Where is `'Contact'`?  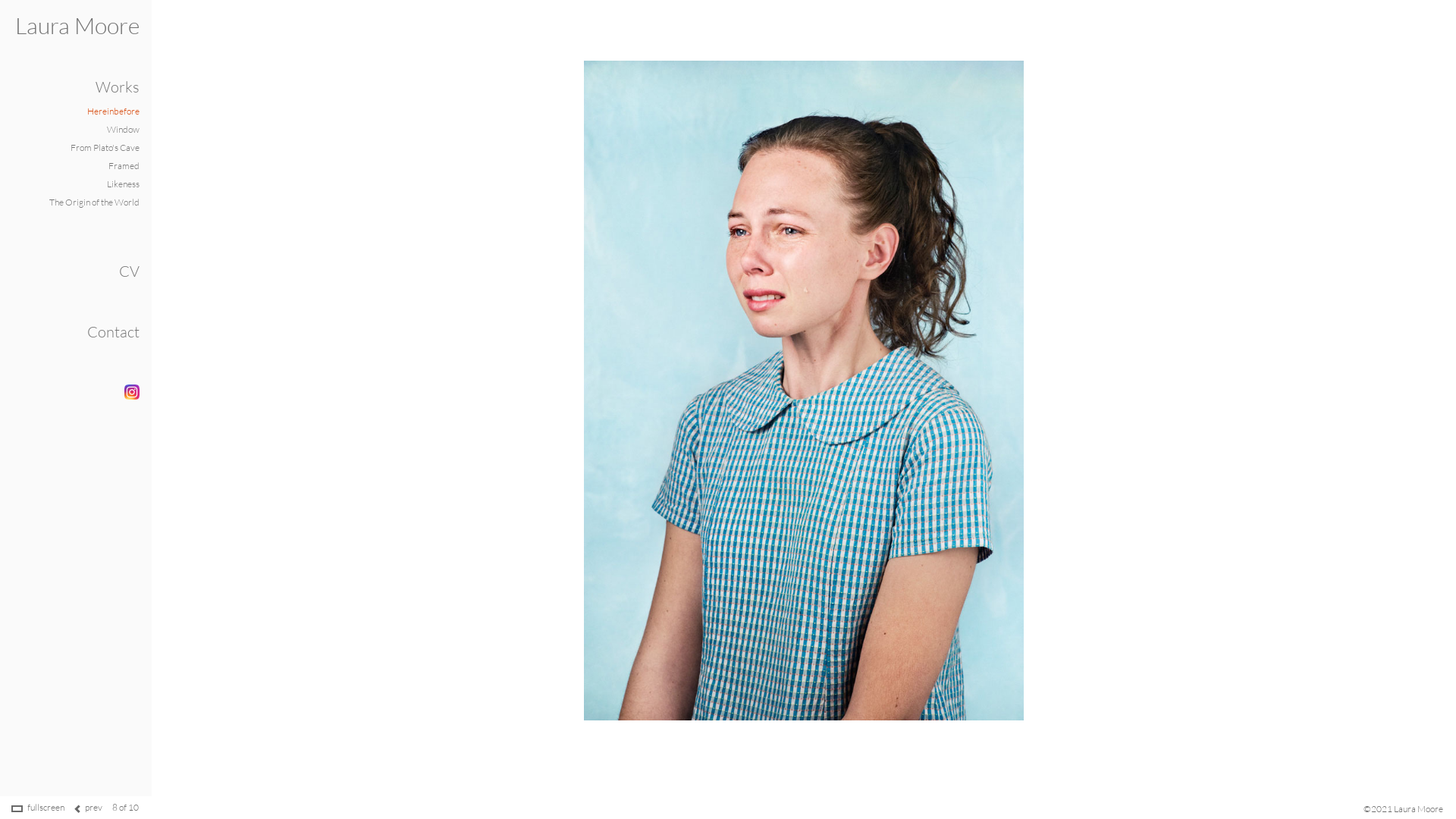
'Contact' is located at coordinates (112, 331).